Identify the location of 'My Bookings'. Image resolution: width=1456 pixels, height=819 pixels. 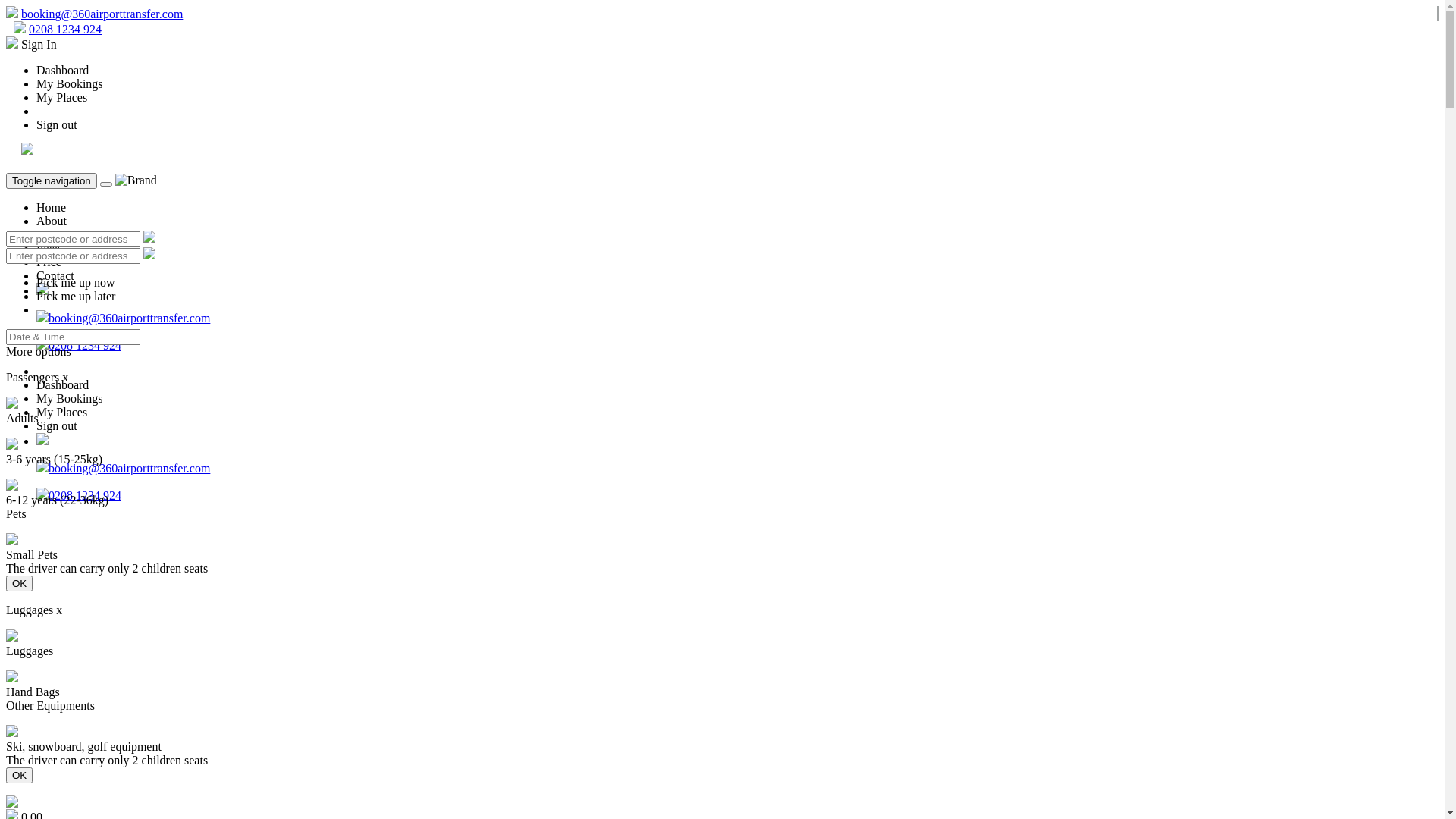
(68, 83).